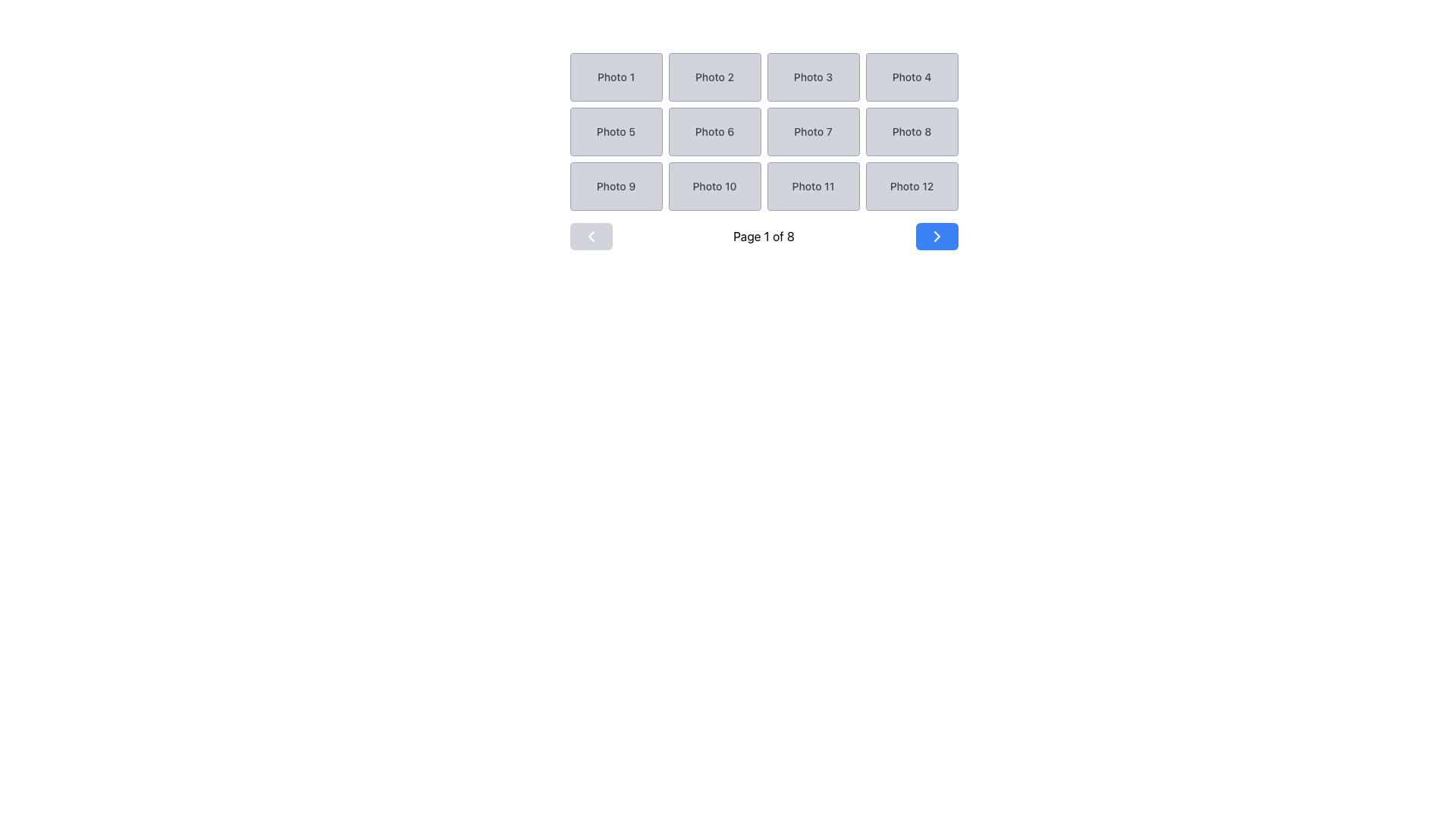 Image resolution: width=1456 pixels, height=819 pixels. Describe the element at coordinates (764, 237) in the screenshot. I see `the text label displaying 'Page 1 of 8', located at the bottom of the grid layout of photo thumbnails` at that location.